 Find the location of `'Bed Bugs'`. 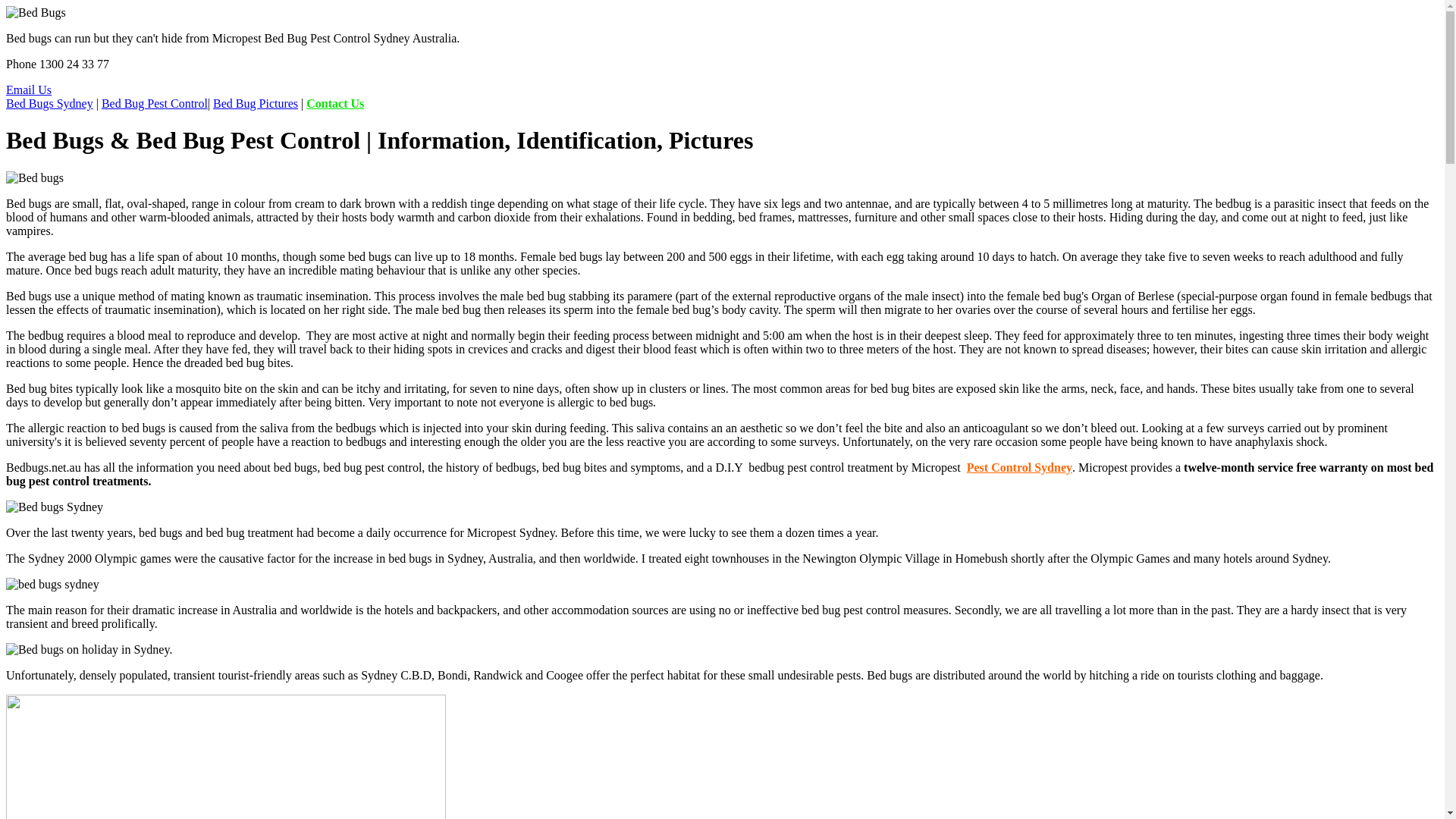

'Bed Bugs' is located at coordinates (36, 12).